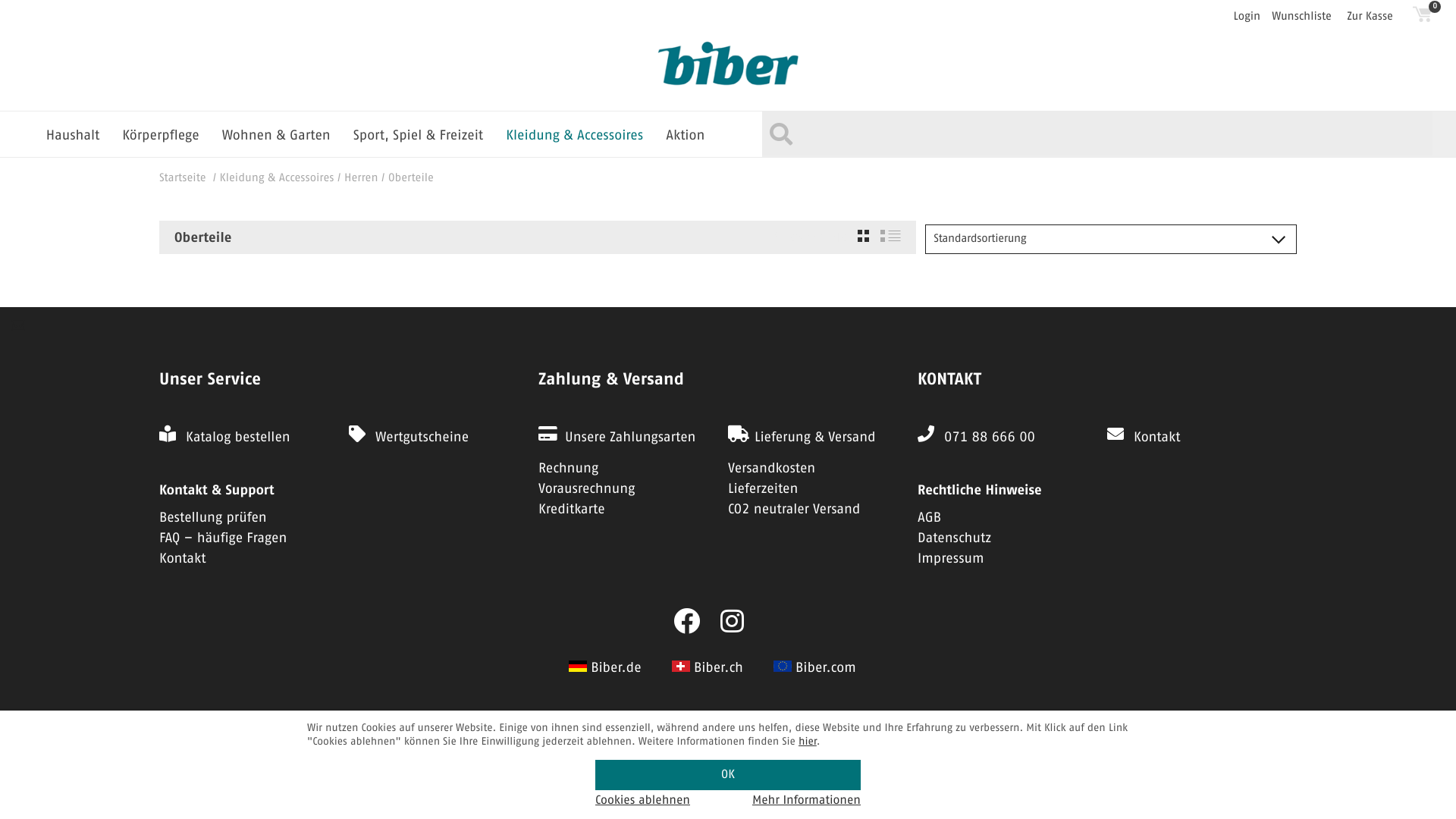 The width and height of the screenshot is (1456, 819). Describe the element at coordinates (615, 667) in the screenshot. I see `'Biber.de'` at that location.